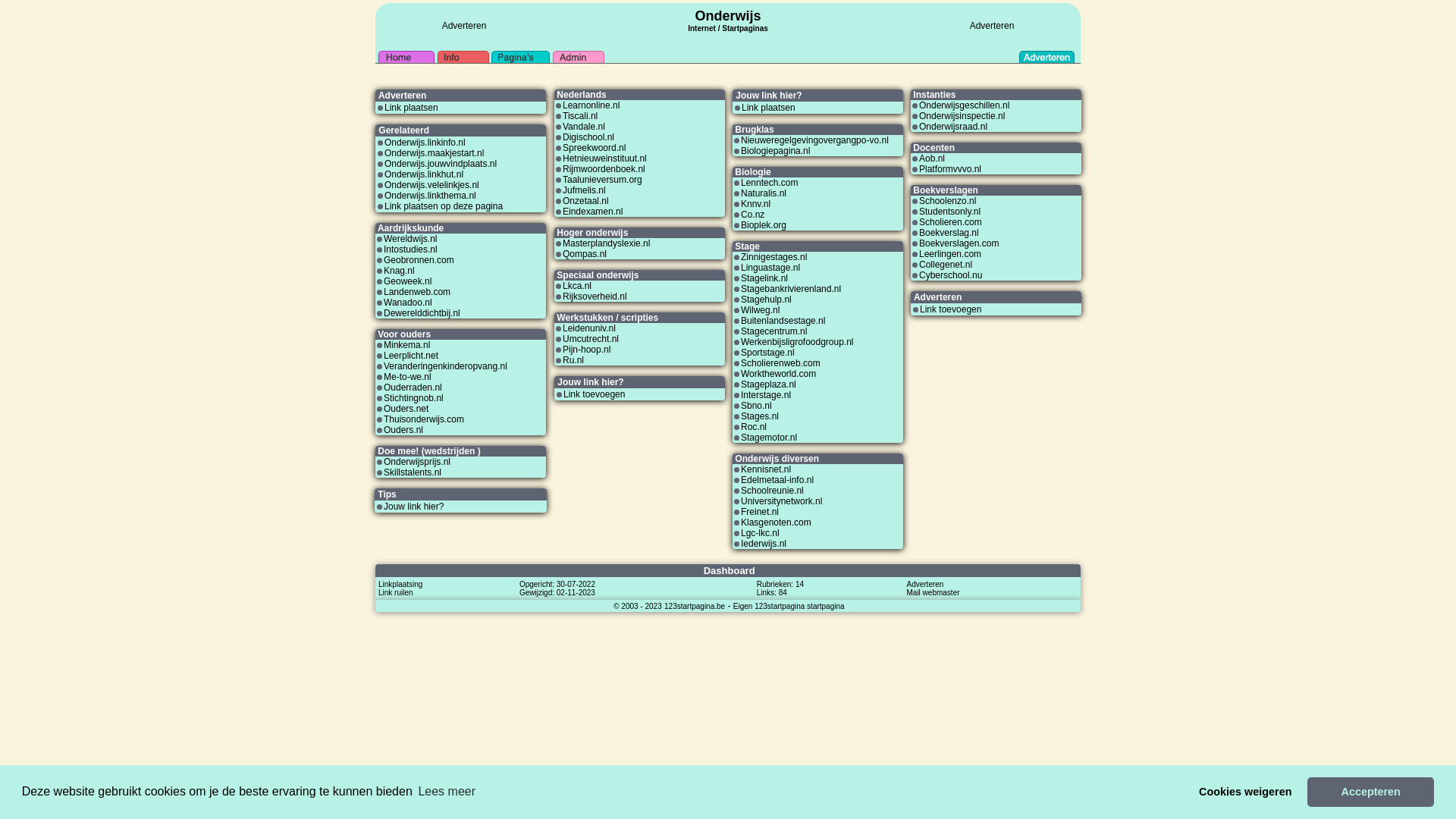 This screenshot has height=819, width=1456. What do you see at coordinates (741, 374) in the screenshot?
I see `'Worktheworld.com'` at bounding box center [741, 374].